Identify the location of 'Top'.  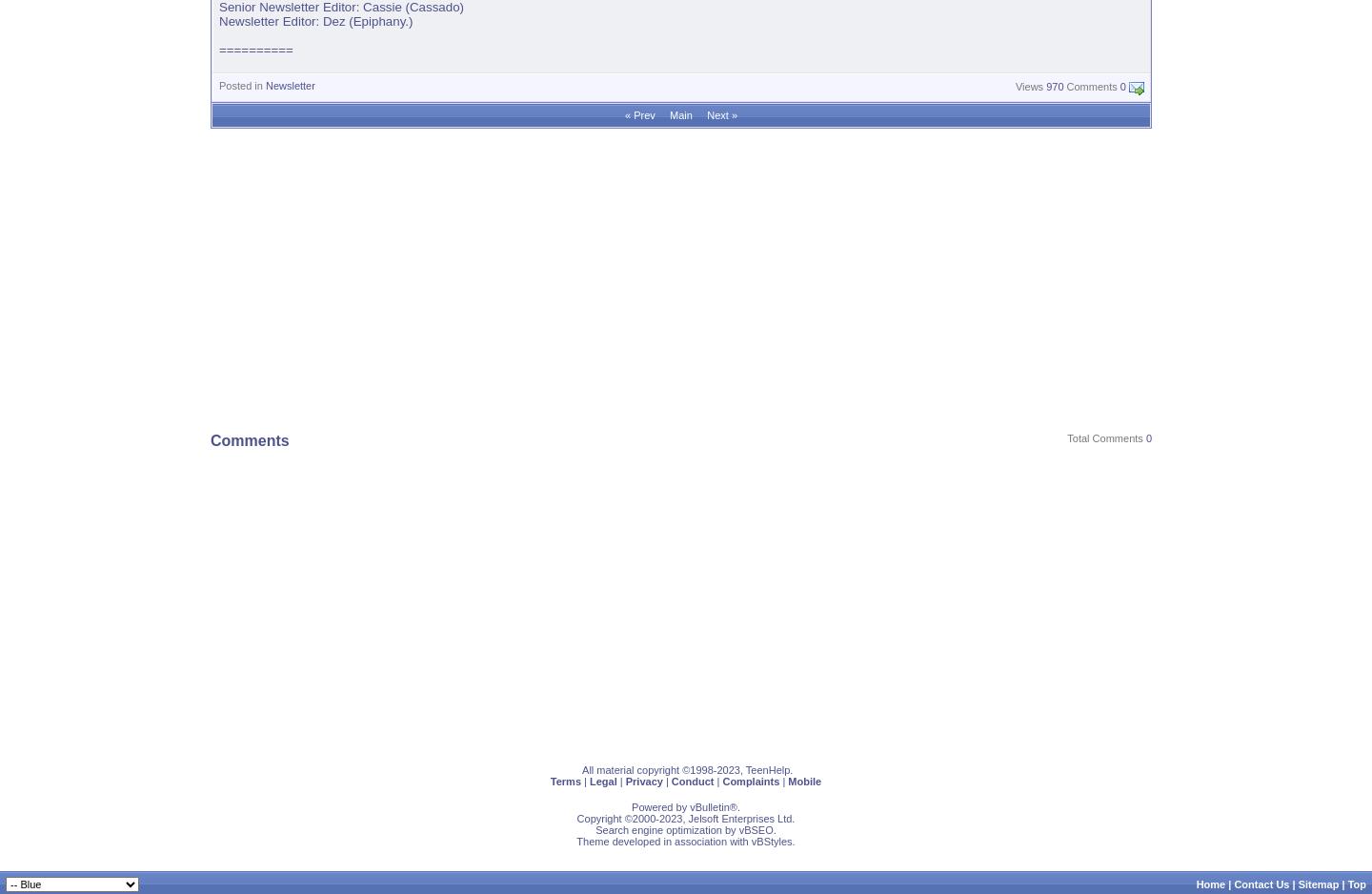
(1357, 883).